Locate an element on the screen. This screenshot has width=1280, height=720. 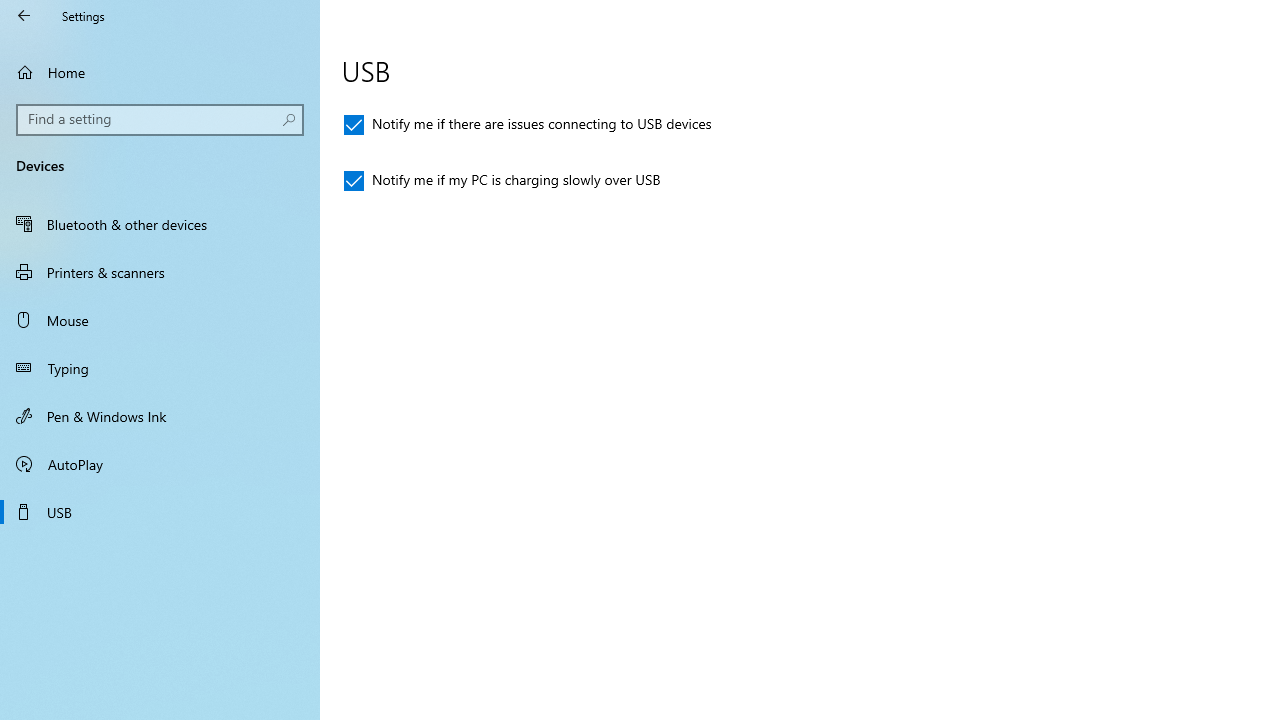
'Notify me if there are issues connecting to USB devices' is located at coordinates (528, 124).